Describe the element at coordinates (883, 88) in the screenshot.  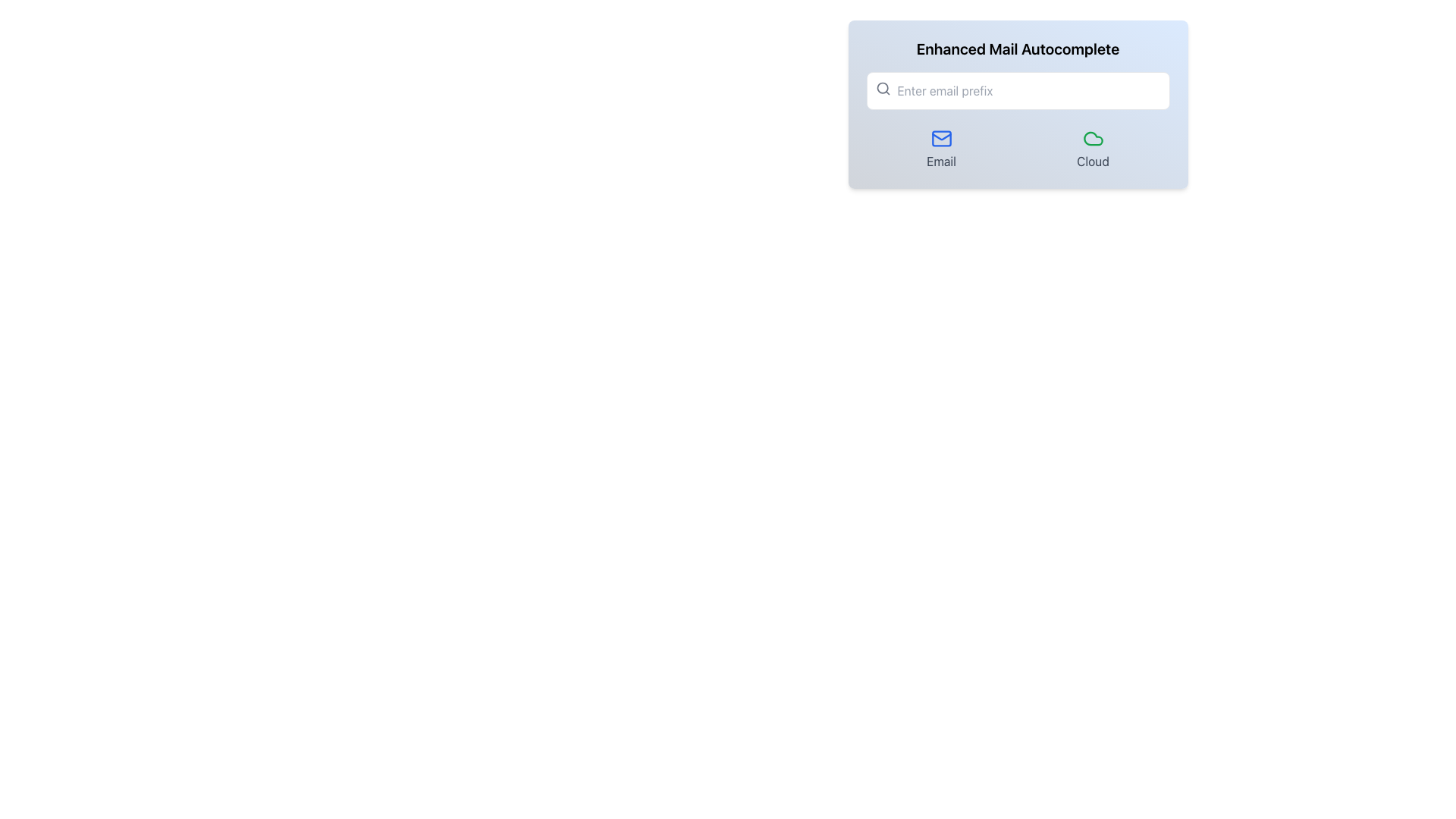
I see `the search/filter icon located at the top-left corner of the input field, which denotes the ability to search or filter results based on user input` at that location.